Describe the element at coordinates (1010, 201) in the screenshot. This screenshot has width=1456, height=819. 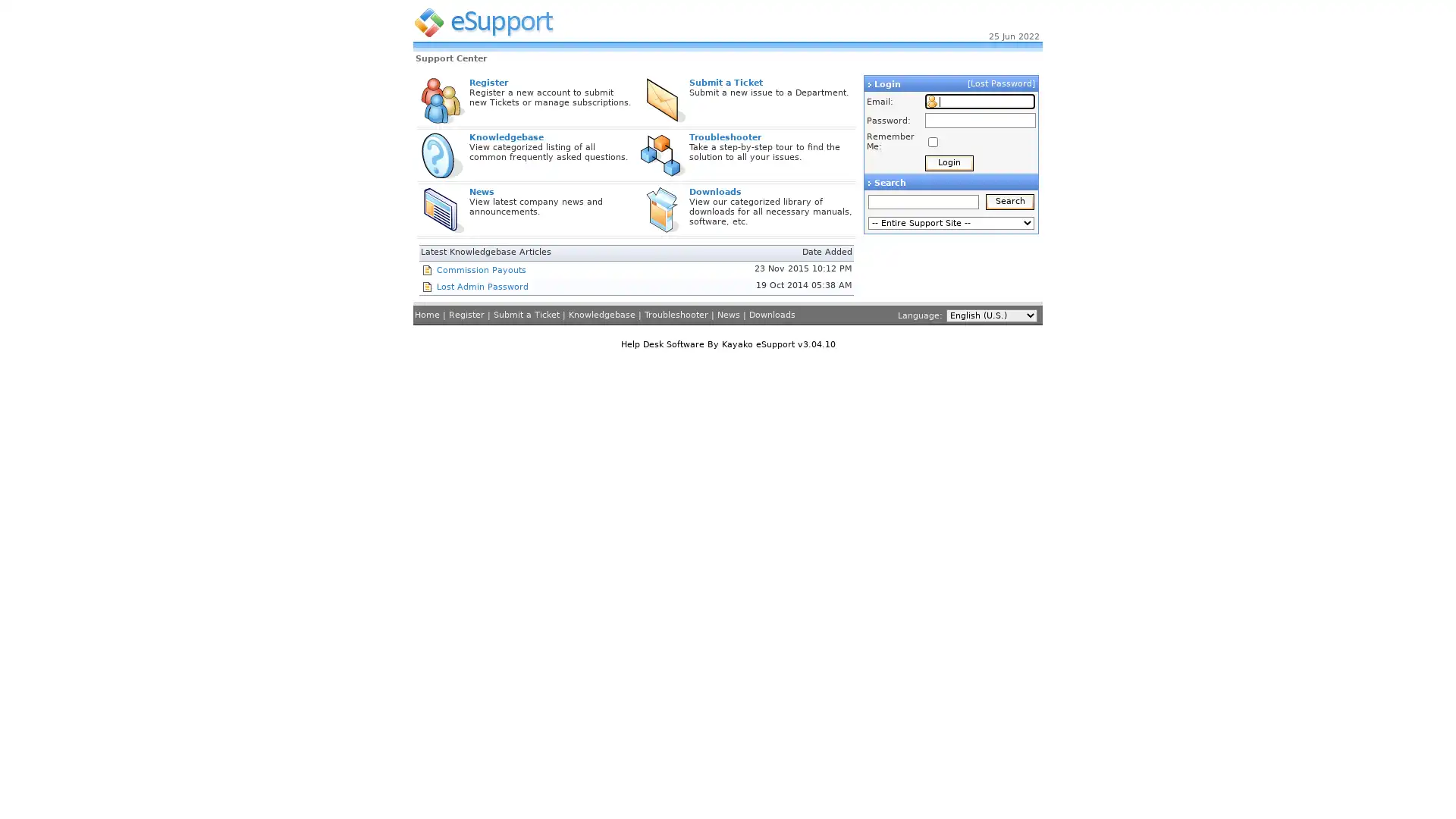
I see `Search` at that location.